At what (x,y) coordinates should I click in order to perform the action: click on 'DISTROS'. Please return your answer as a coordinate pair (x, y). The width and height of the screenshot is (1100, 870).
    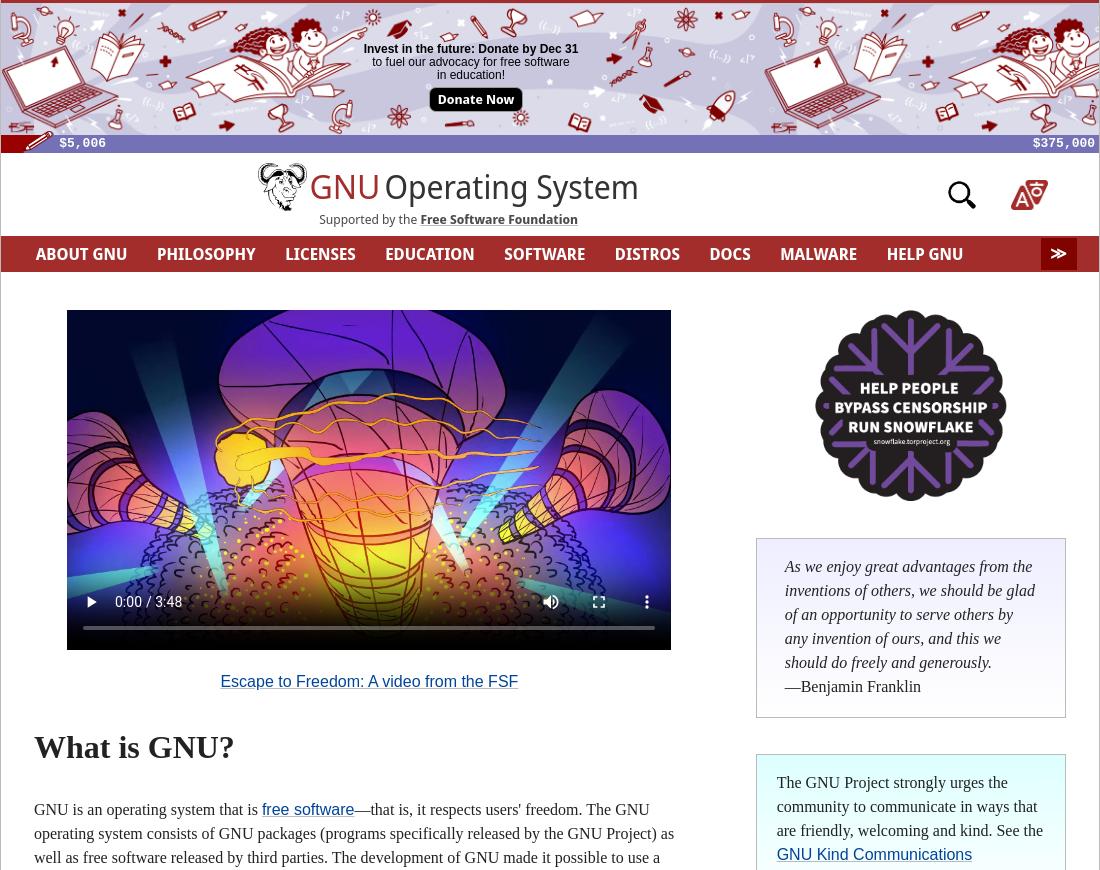
    Looking at the image, I should click on (646, 254).